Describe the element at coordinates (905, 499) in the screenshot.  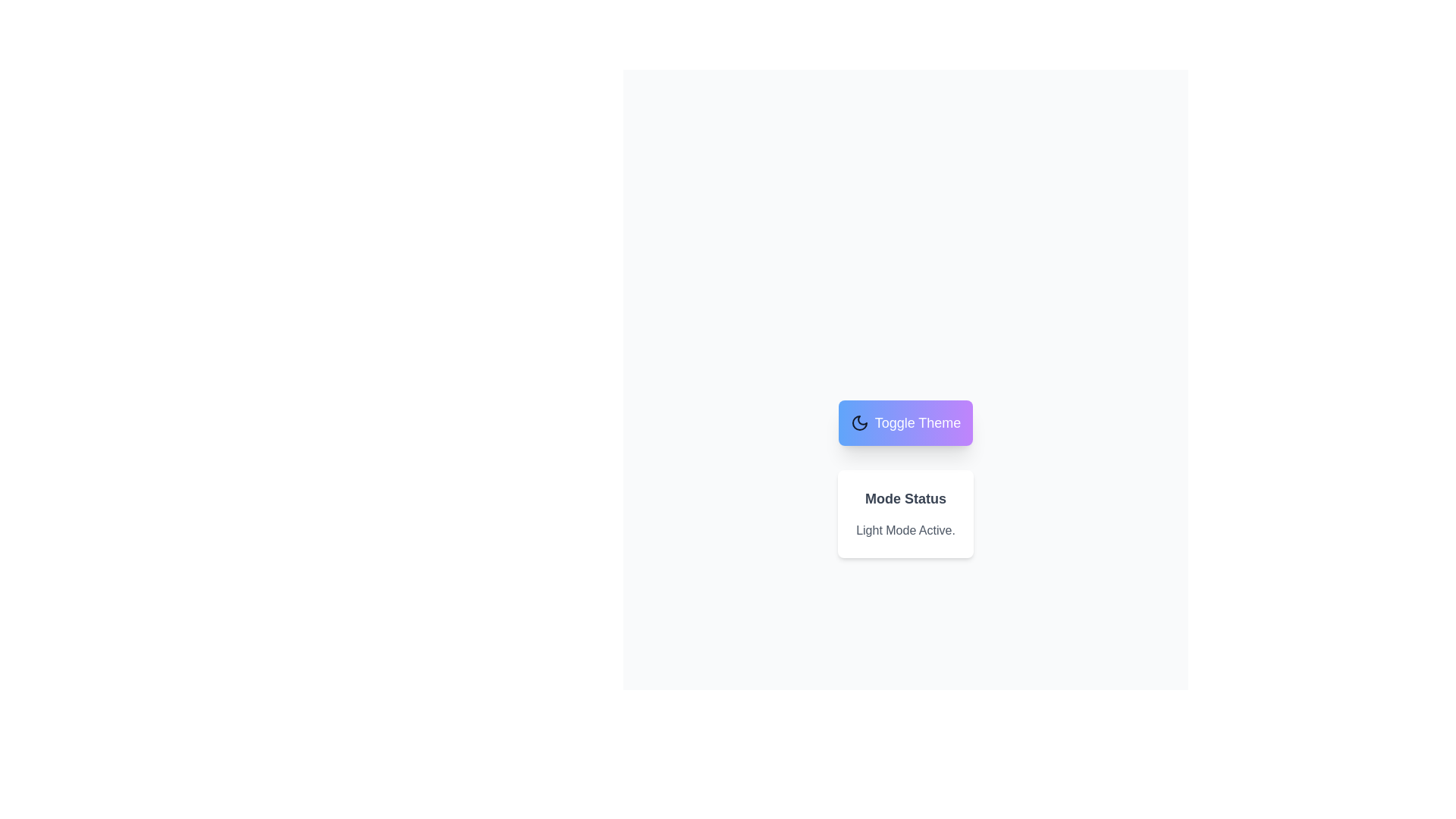
I see `the 'Mode Status' text` at that location.